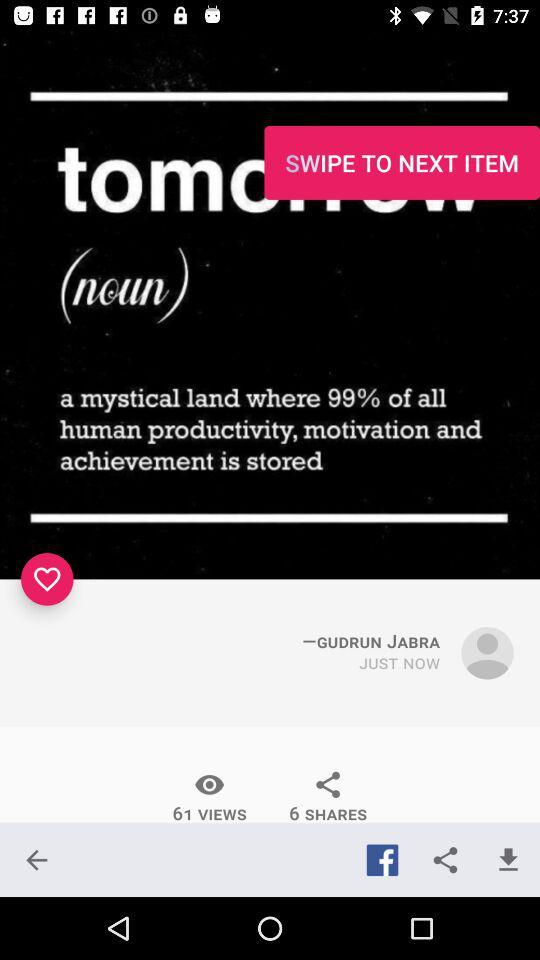 This screenshot has width=540, height=960. Describe the element at coordinates (47, 579) in the screenshot. I see `the favorite icon` at that location.